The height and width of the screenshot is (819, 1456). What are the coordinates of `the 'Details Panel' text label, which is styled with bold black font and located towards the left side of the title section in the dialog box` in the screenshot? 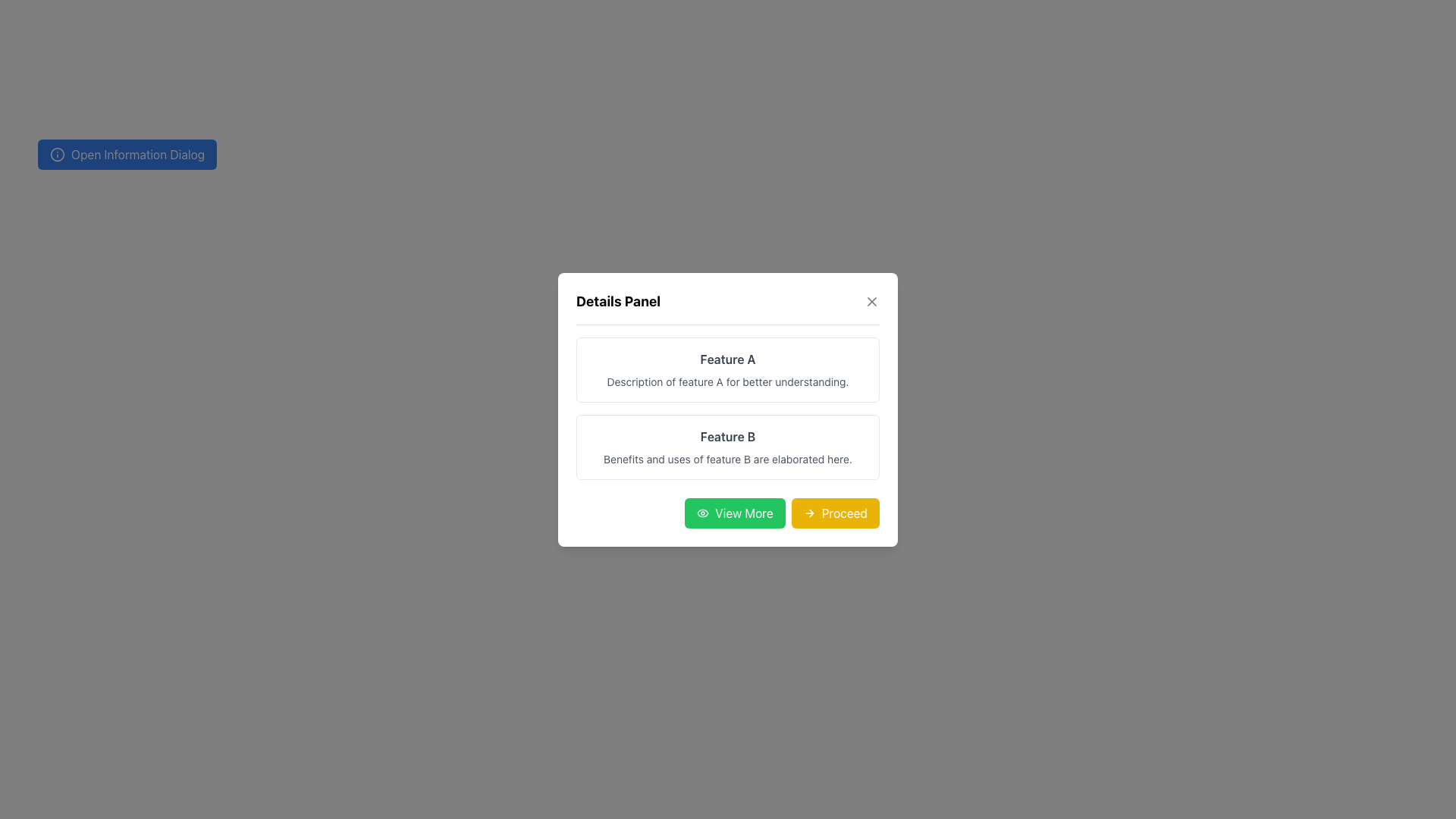 It's located at (618, 301).